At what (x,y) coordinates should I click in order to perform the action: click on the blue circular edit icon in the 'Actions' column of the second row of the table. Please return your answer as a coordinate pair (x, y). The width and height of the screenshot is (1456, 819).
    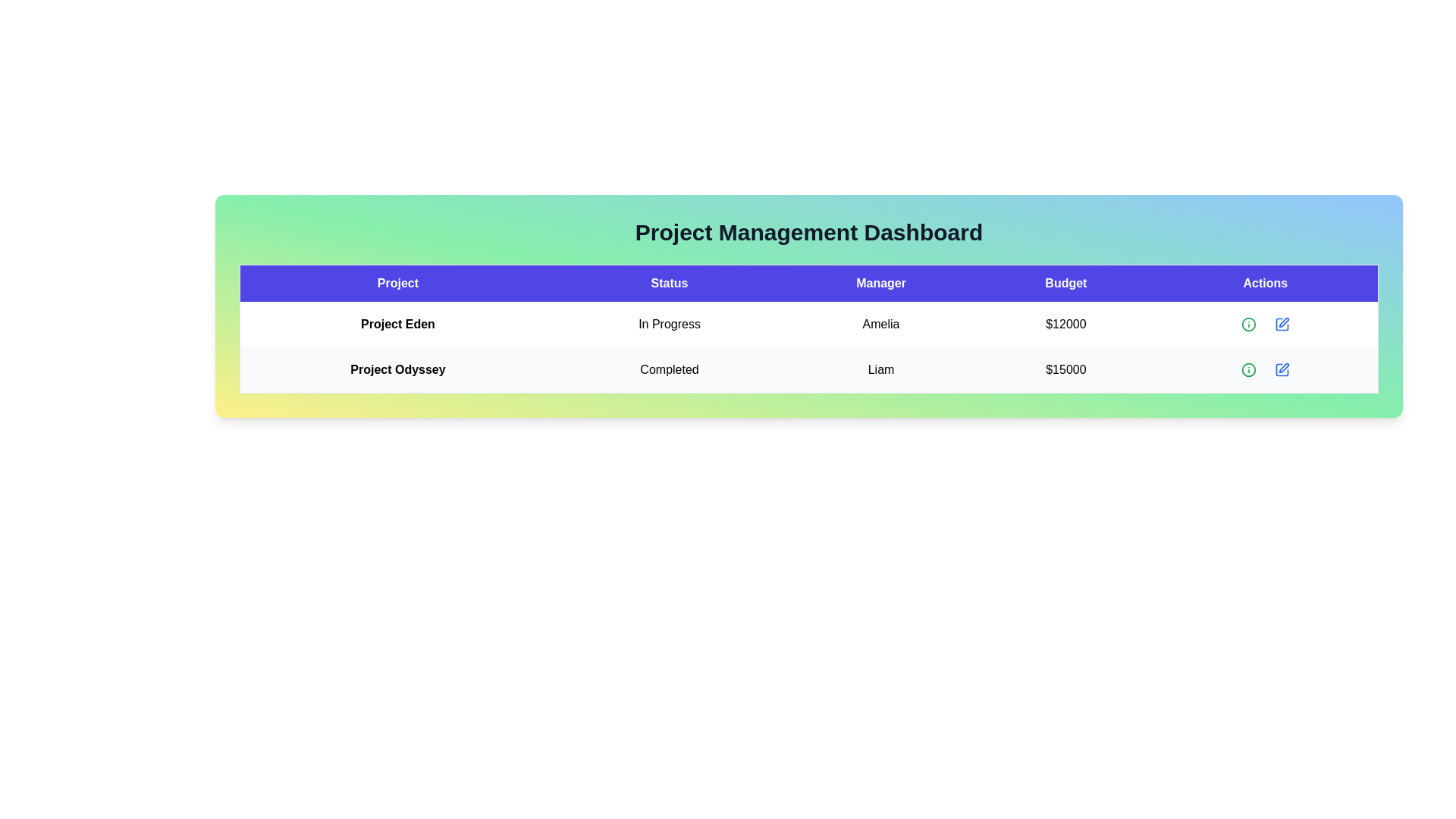
    Looking at the image, I should click on (1281, 324).